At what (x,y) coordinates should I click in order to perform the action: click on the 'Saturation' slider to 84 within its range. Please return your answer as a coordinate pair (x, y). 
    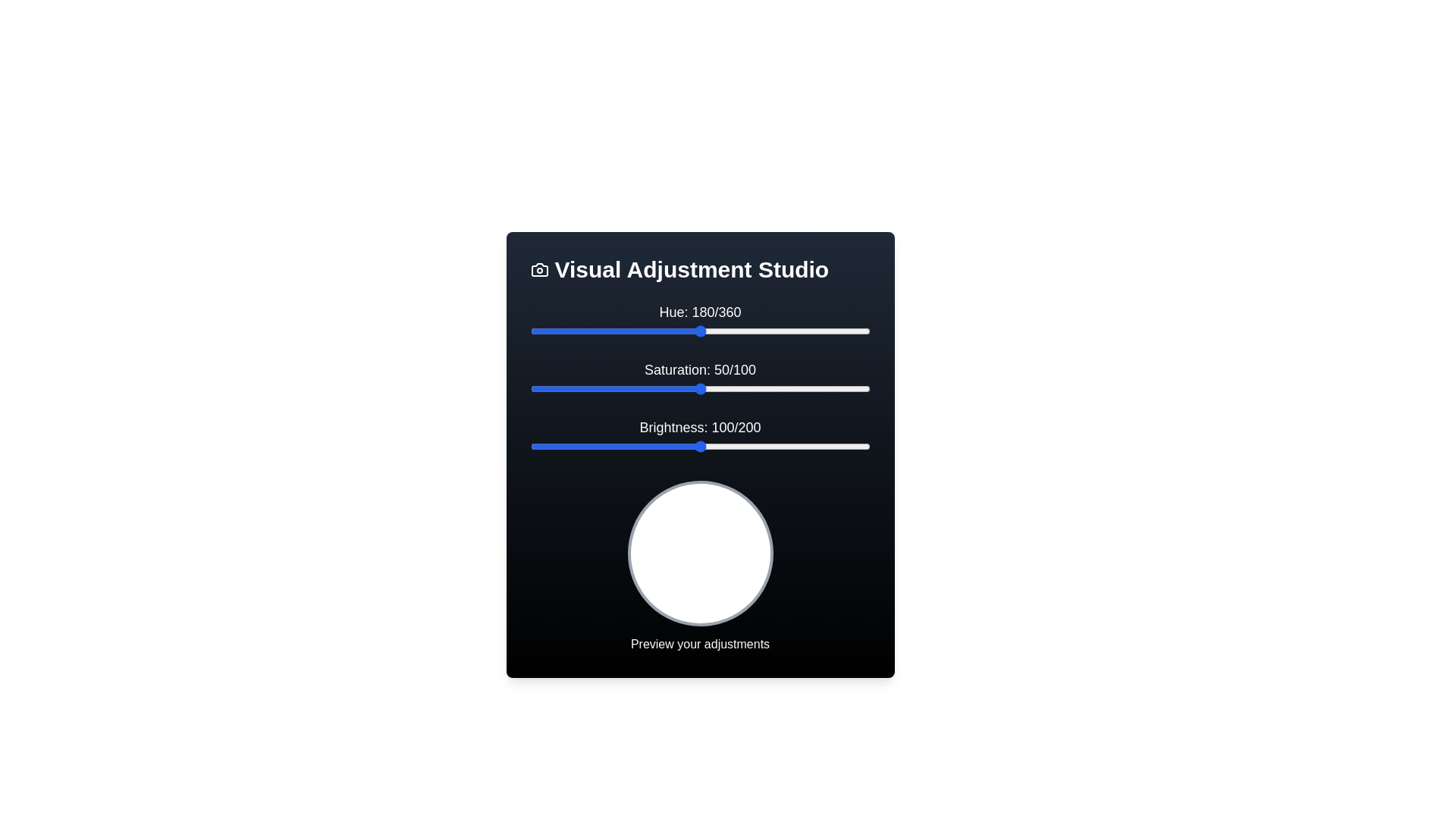
    Looking at the image, I should click on (814, 388).